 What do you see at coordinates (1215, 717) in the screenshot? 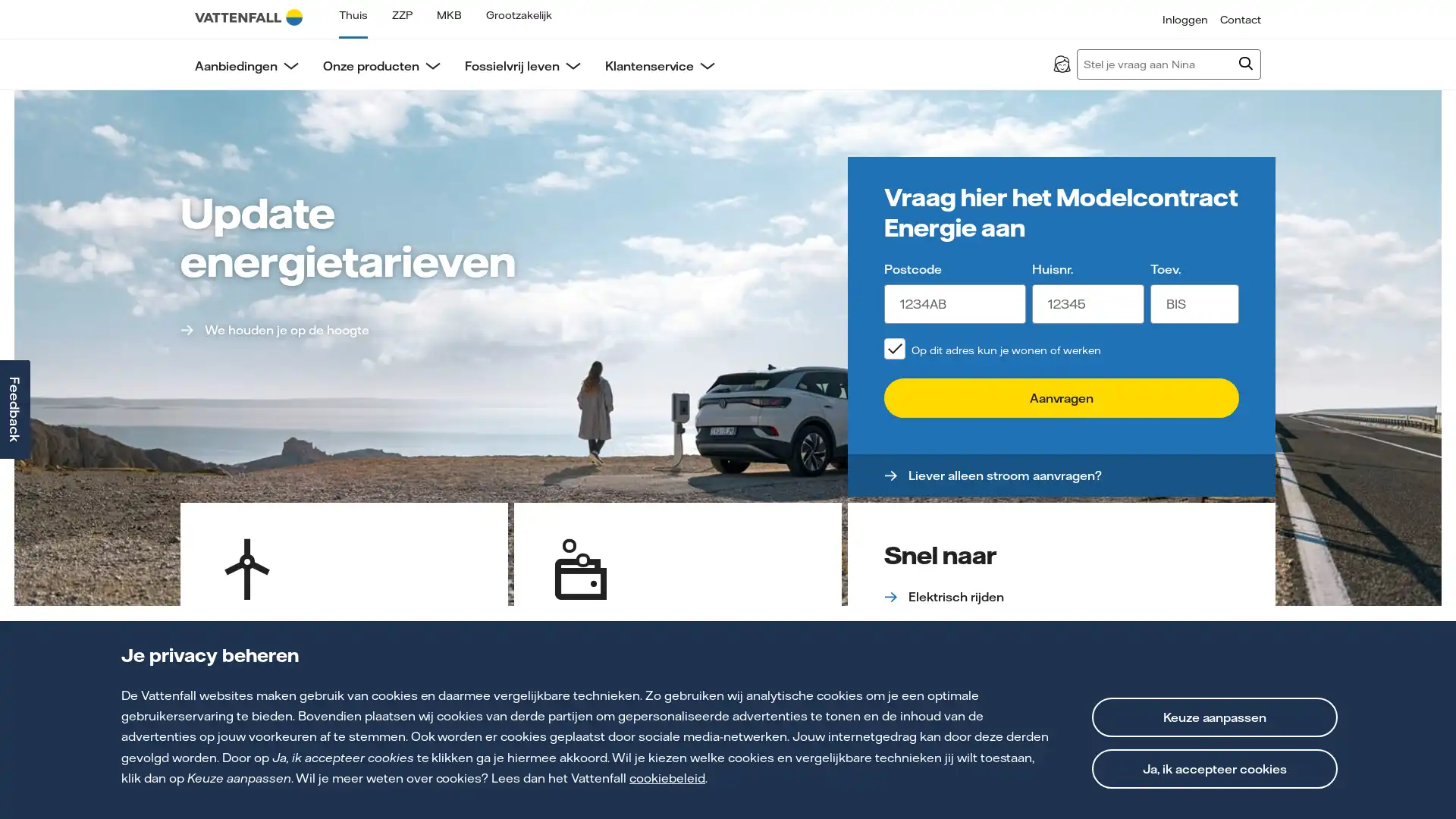
I see `Keuze aanpassen` at bounding box center [1215, 717].